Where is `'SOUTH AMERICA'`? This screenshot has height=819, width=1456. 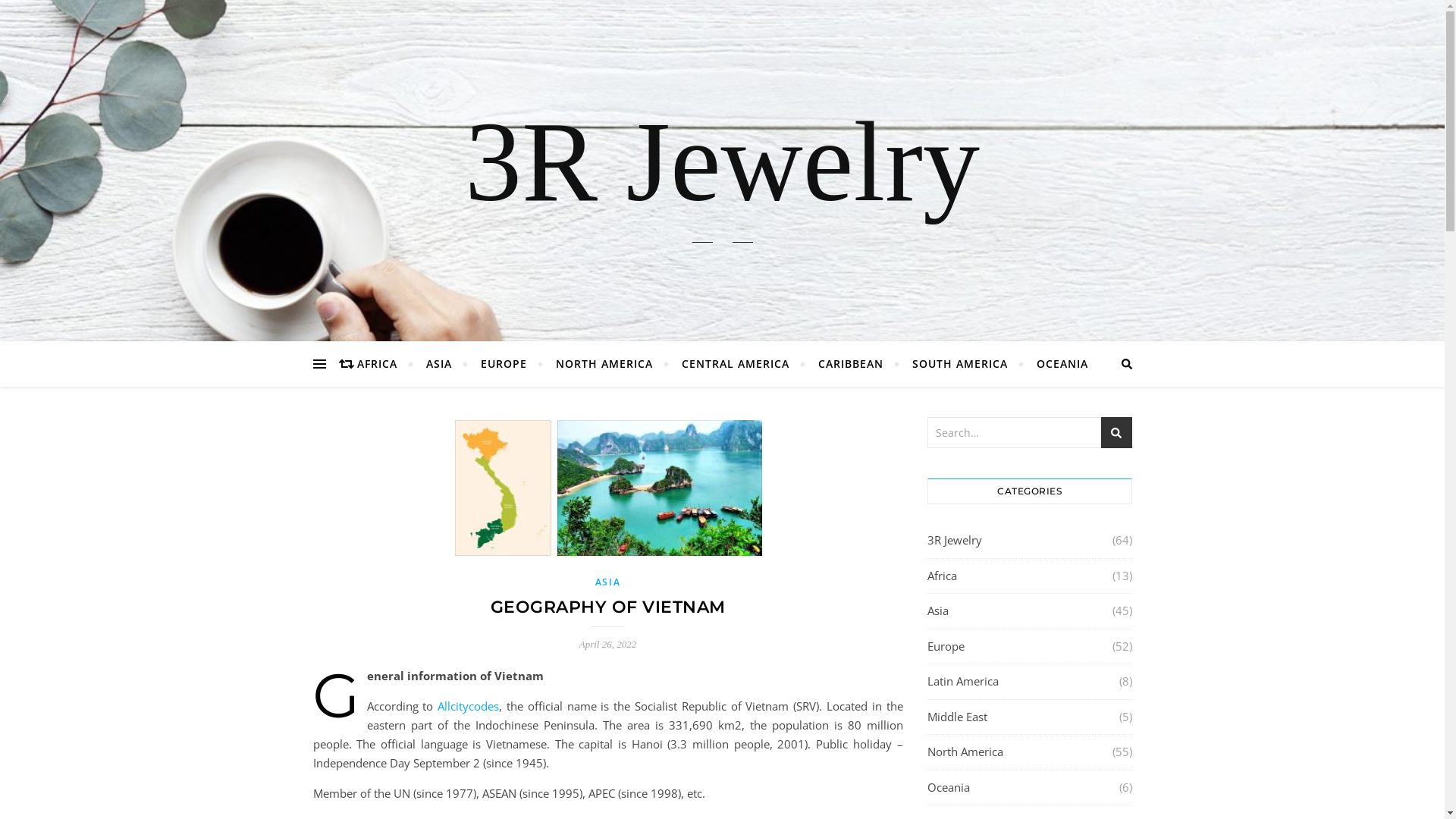
'SOUTH AMERICA' is located at coordinates (959, 363).